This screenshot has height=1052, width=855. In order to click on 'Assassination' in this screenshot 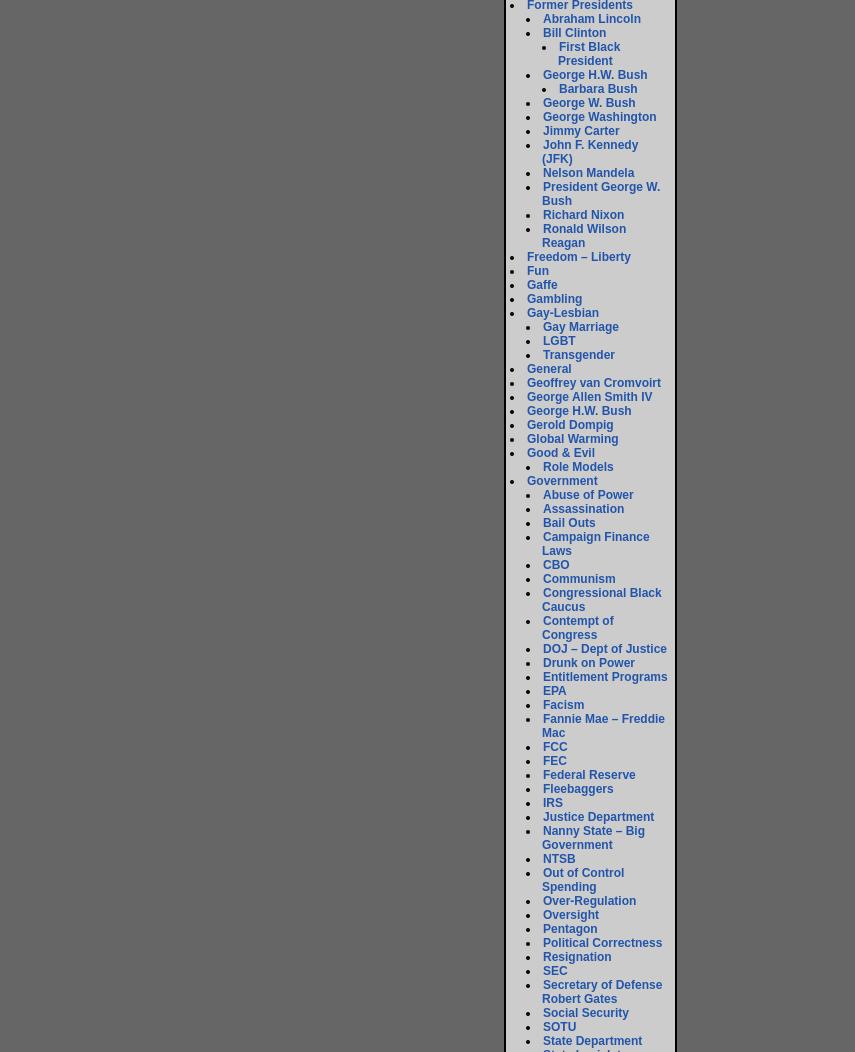, I will do `click(582, 507)`.